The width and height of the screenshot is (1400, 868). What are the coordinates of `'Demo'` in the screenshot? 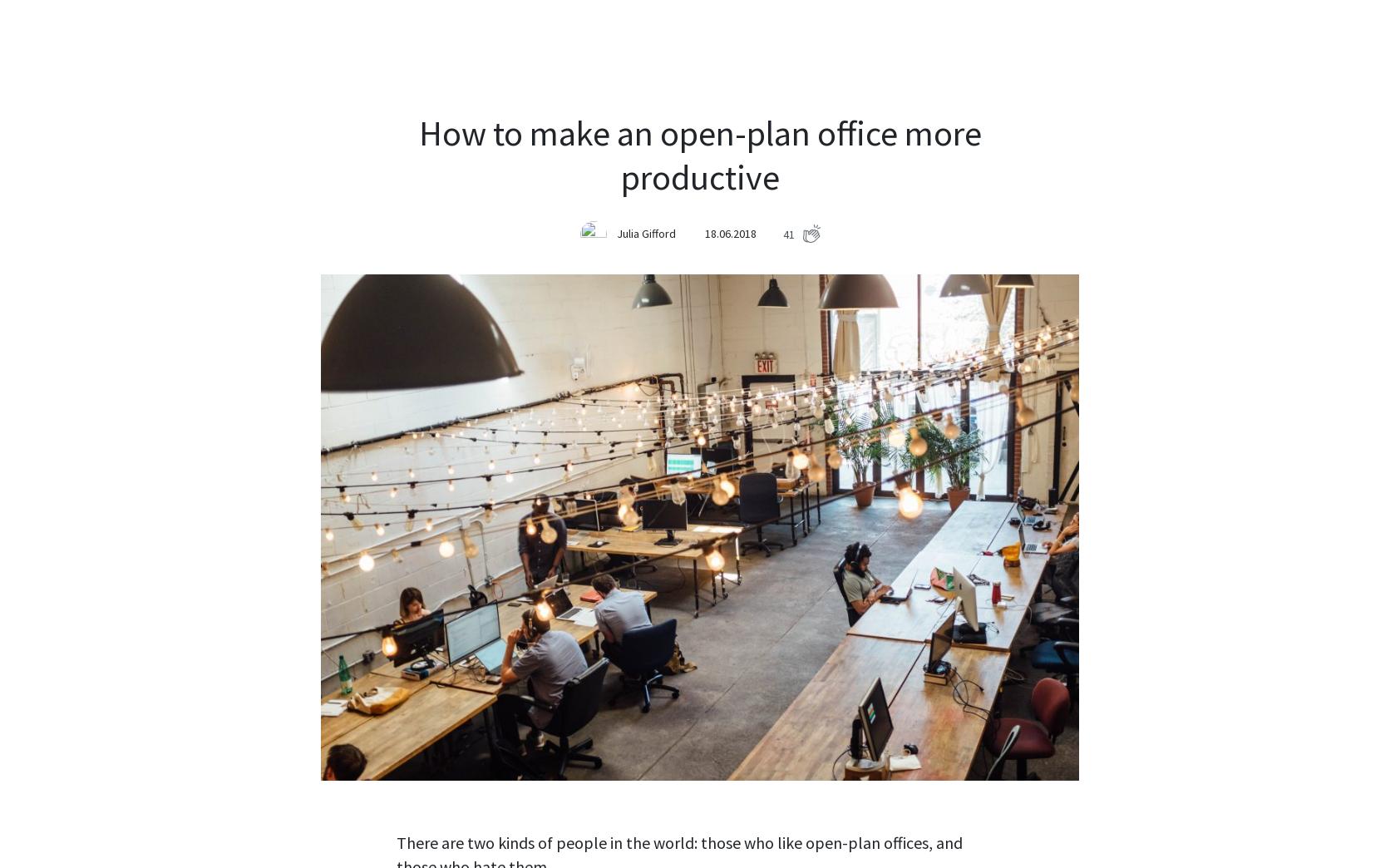 It's located at (569, 37).